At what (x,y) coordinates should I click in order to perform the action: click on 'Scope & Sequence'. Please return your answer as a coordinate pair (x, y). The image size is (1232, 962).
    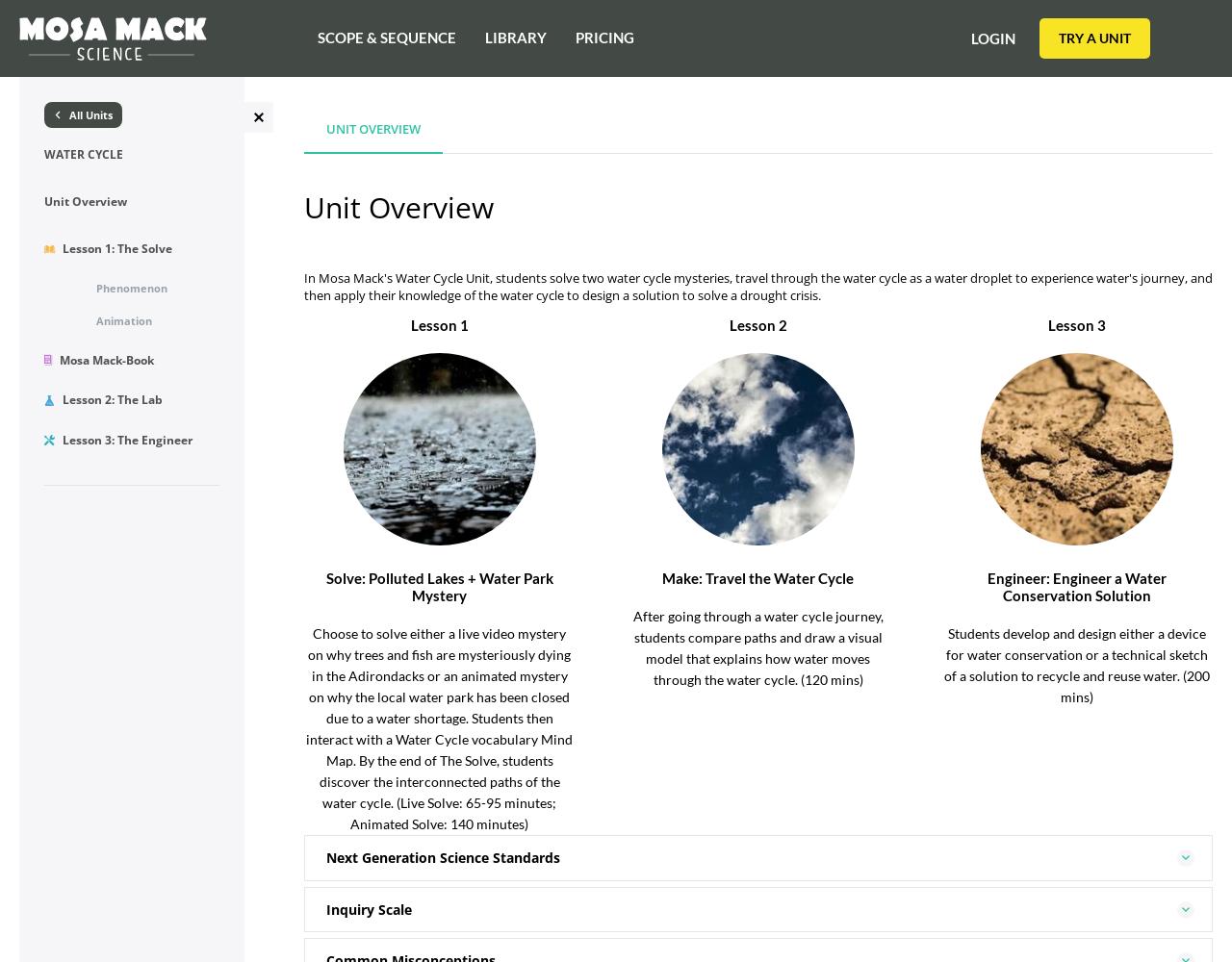
    Looking at the image, I should click on (386, 38).